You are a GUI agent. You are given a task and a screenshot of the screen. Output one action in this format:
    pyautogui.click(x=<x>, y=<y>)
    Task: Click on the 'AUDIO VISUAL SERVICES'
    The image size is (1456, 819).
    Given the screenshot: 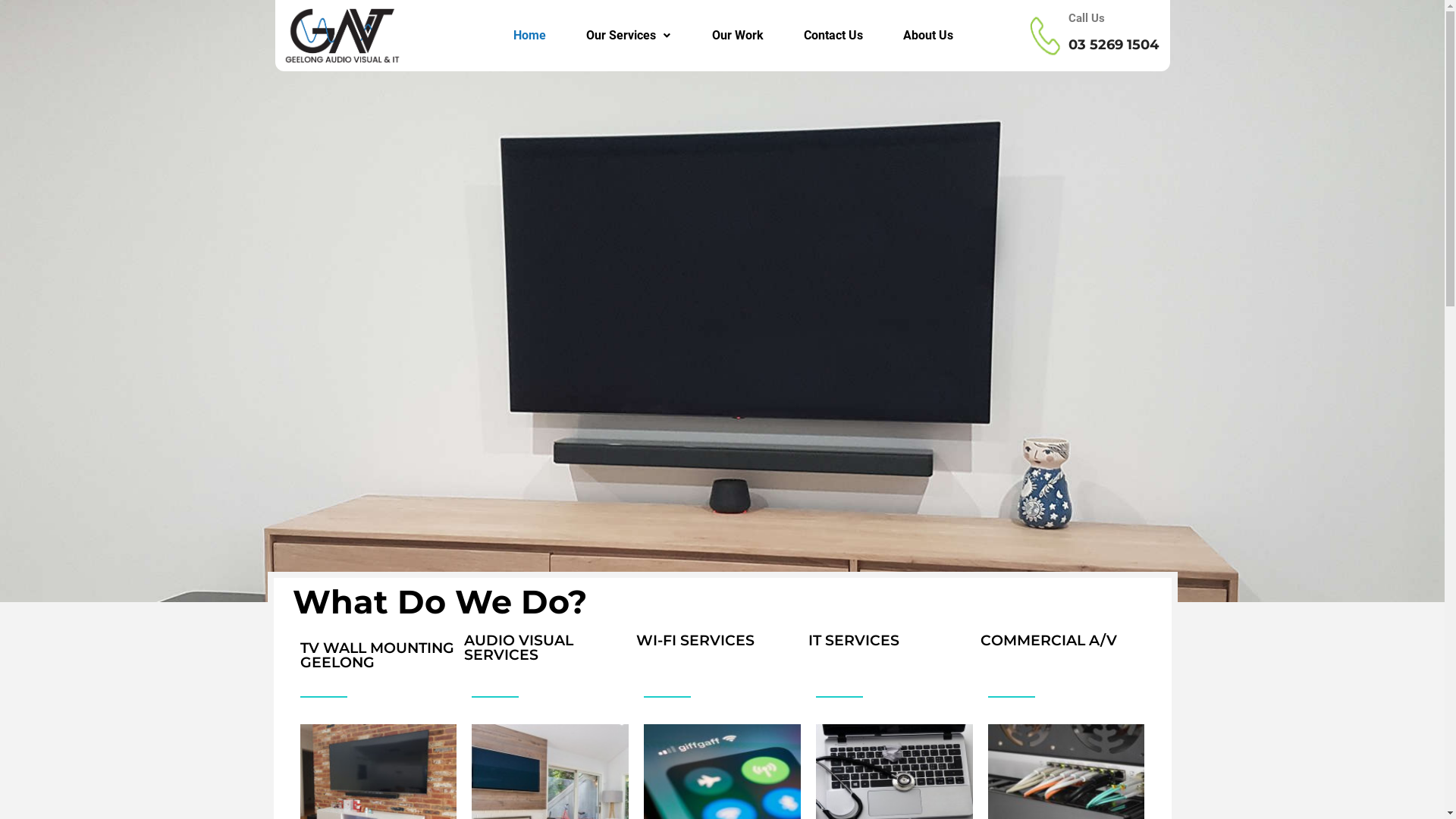 What is the action you would take?
    pyautogui.click(x=518, y=647)
    